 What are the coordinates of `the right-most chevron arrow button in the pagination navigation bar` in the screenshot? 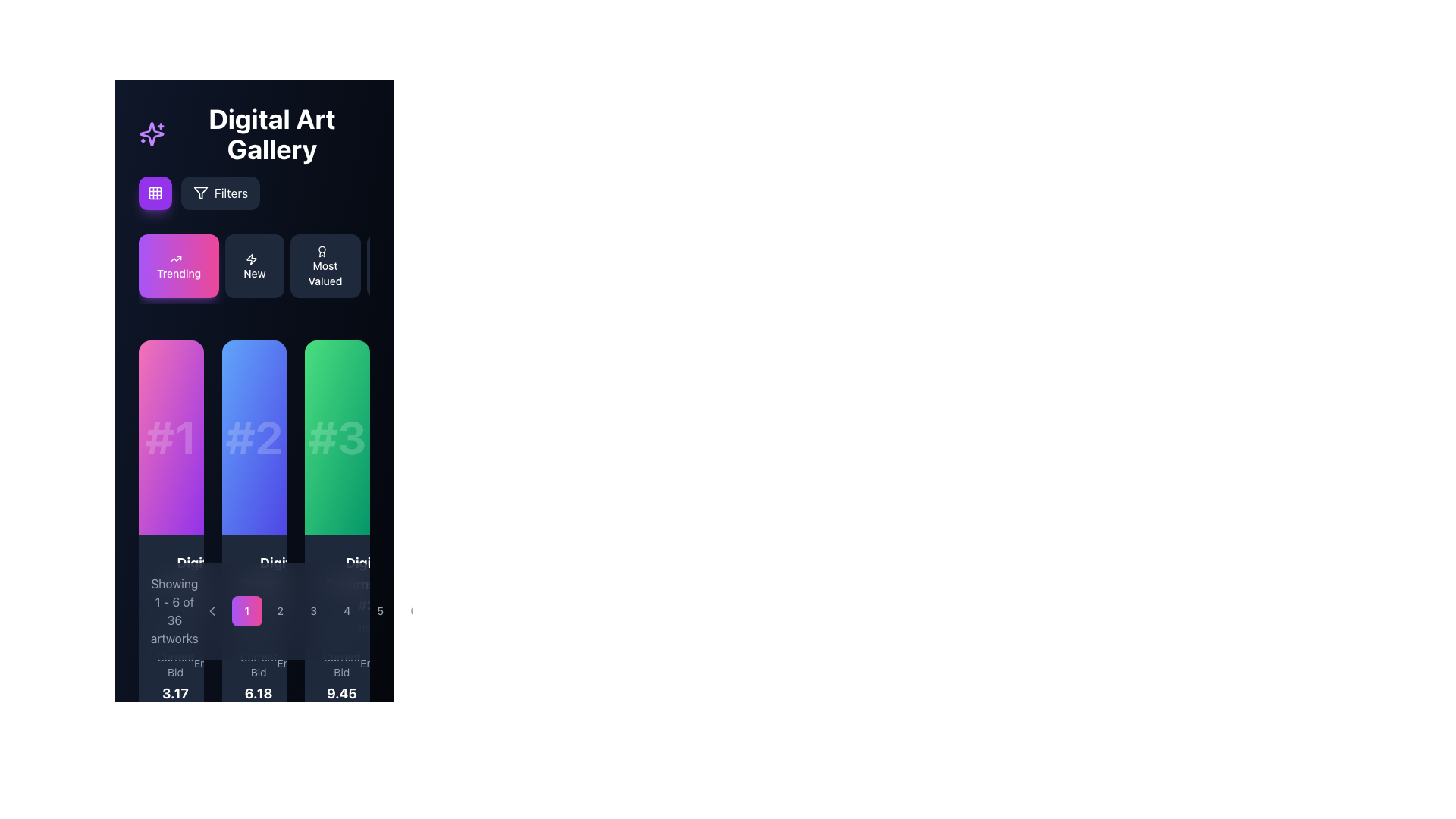 It's located at (447, 610).